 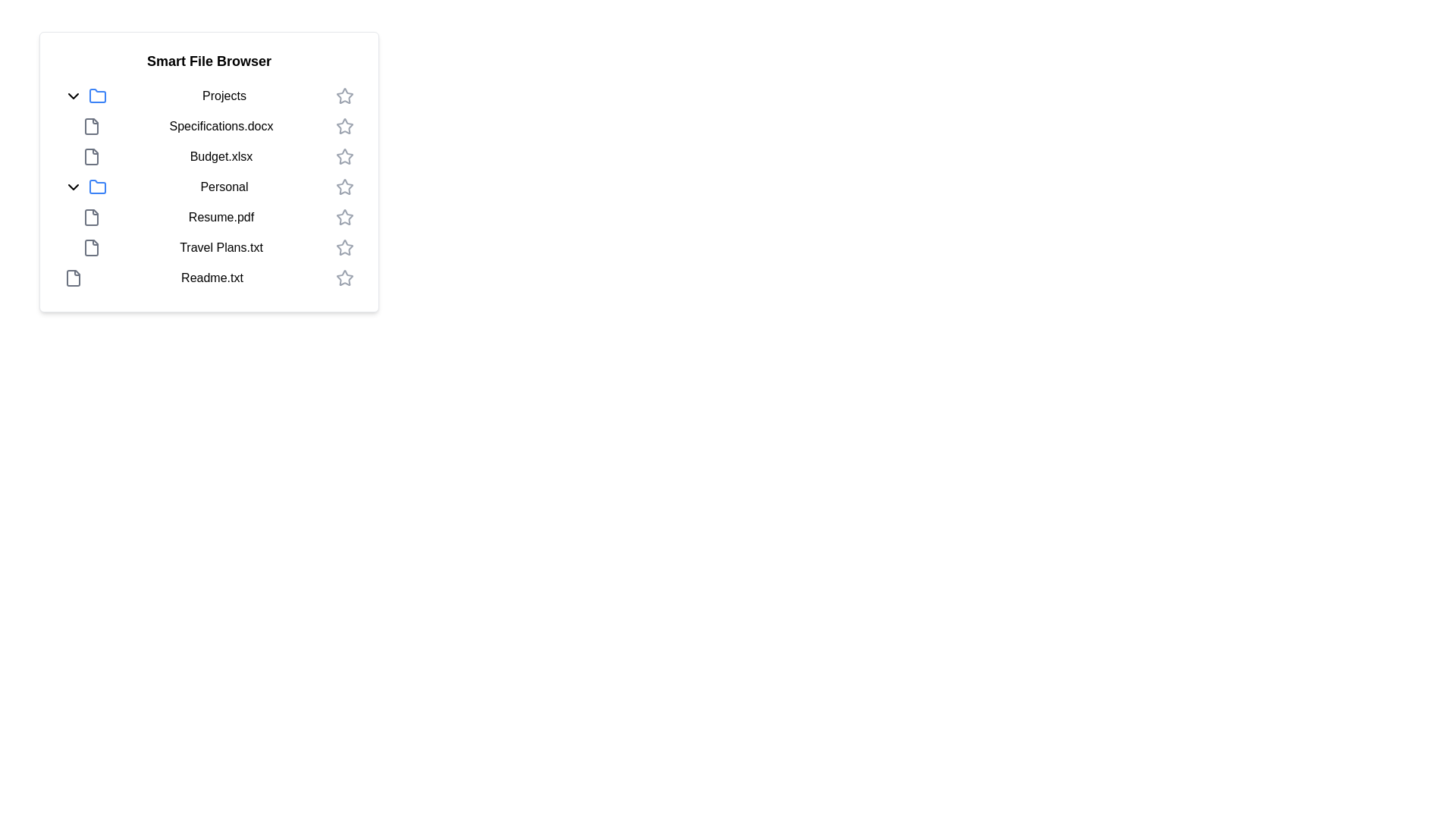 I want to click on the file entry named 'Travel Plans.txt', so click(x=218, y=247).